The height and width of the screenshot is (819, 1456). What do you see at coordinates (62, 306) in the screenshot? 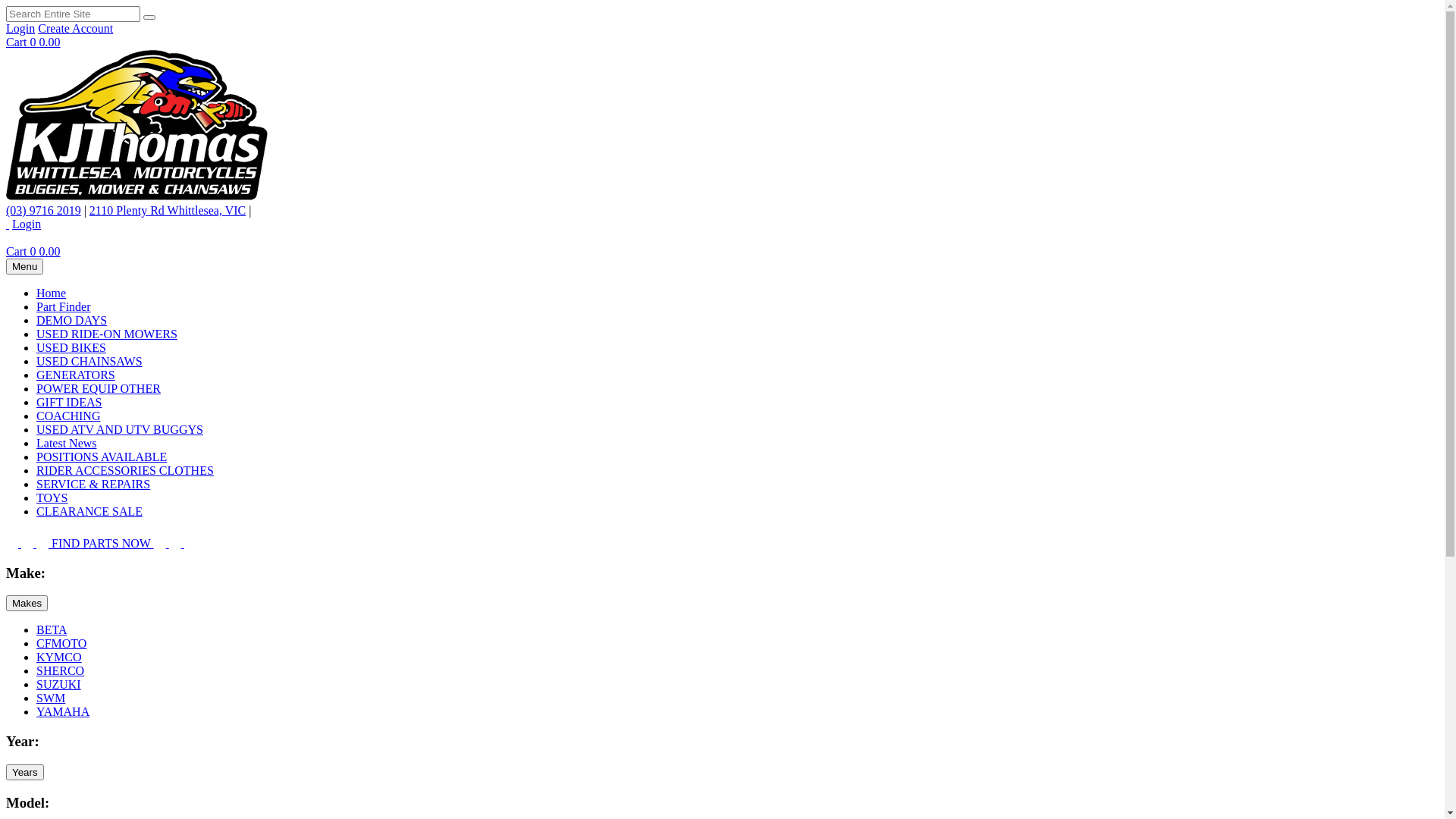
I see `'Part Finder'` at bounding box center [62, 306].